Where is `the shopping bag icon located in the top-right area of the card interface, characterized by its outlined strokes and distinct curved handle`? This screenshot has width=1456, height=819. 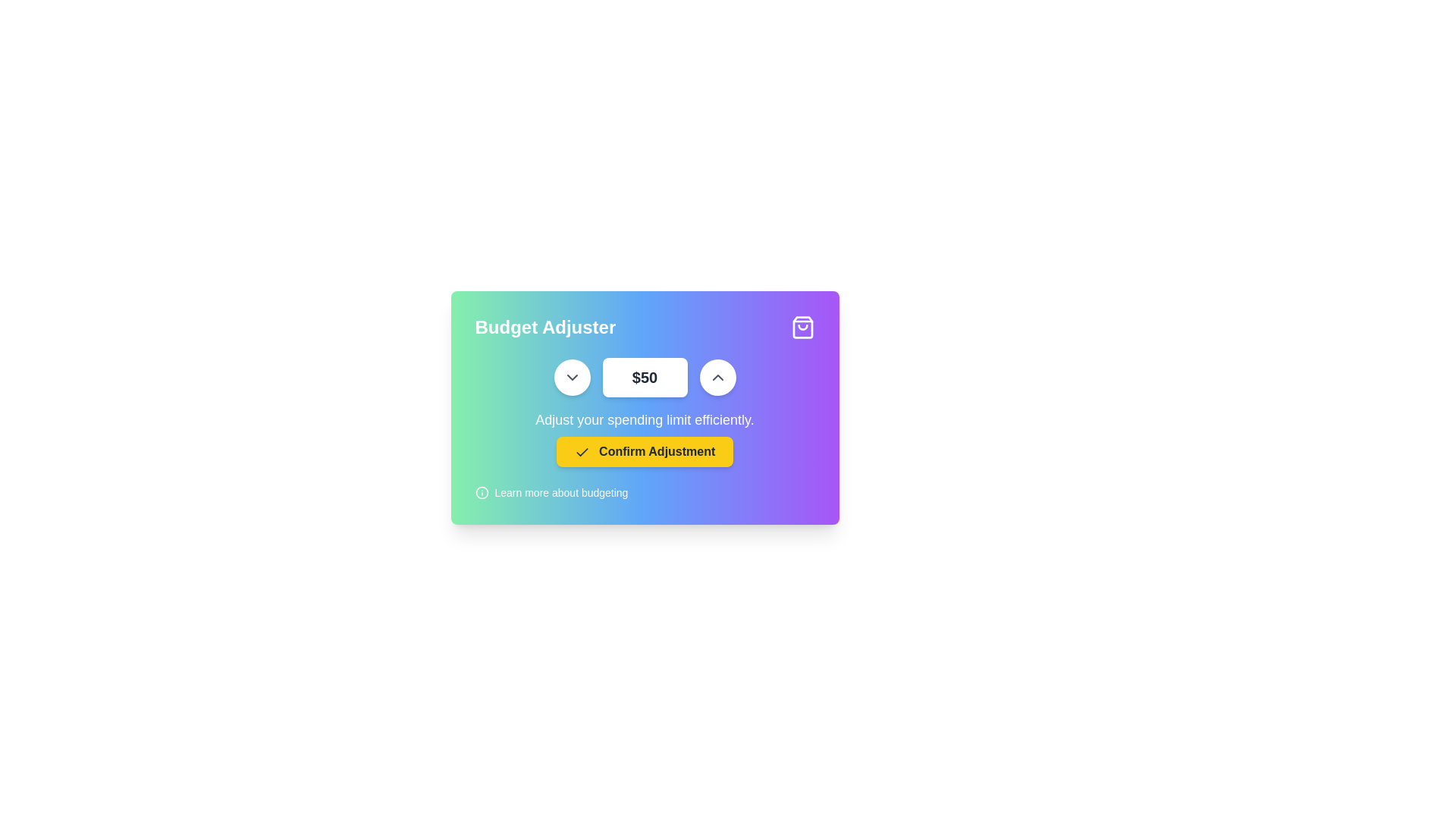
the shopping bag icon located in the top-right area of the card interface, characterized by its outlined strokes and distinct curved handle is located at coordinates (802, 327).